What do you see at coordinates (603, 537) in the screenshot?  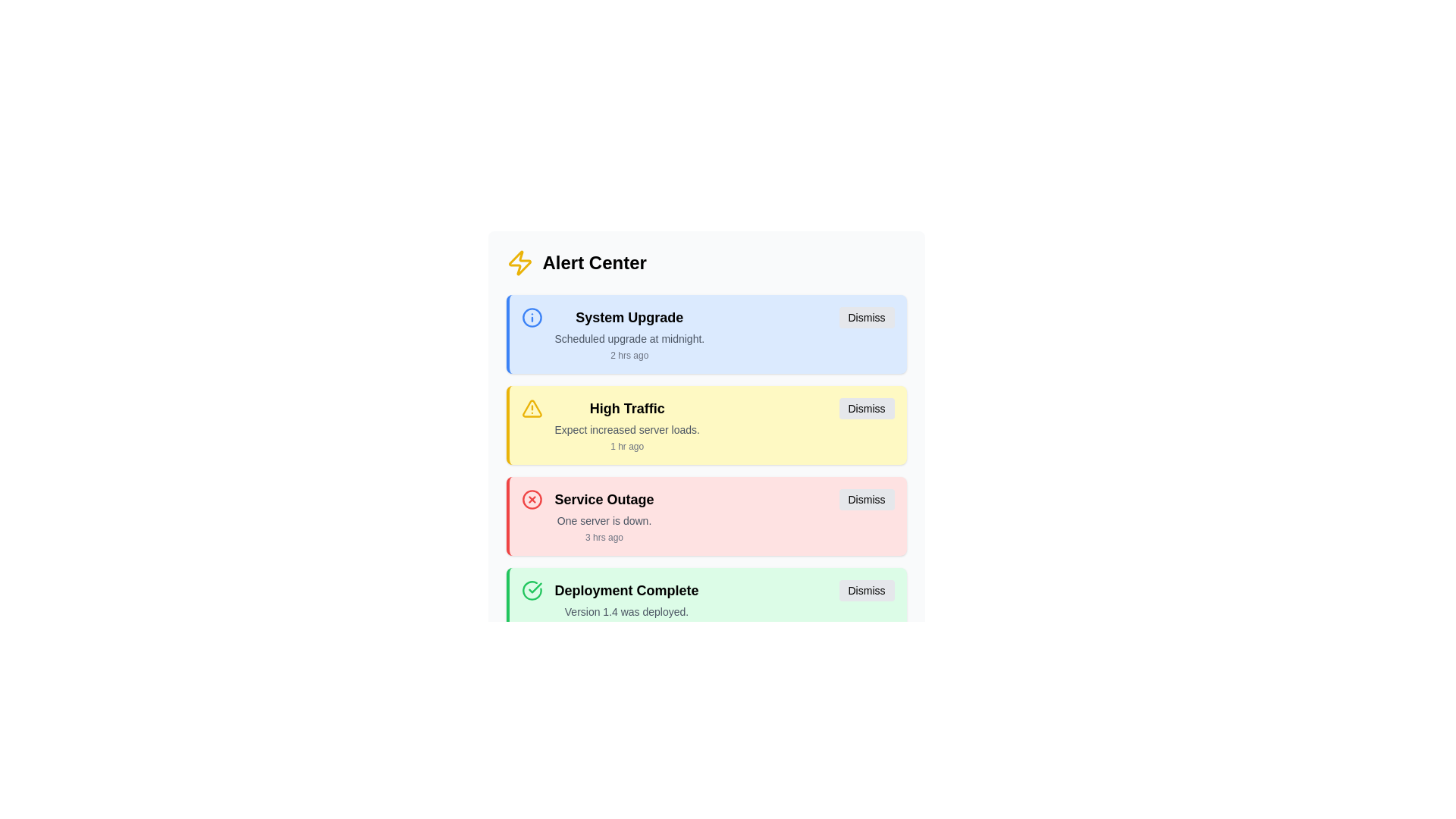 I see `time information displayed in the small text label that shows '3 hrs ago' located in the bottom-right area of the 'Service Outage' alert box, below the message 'One server is down.'` at bounding box center [603, 537].